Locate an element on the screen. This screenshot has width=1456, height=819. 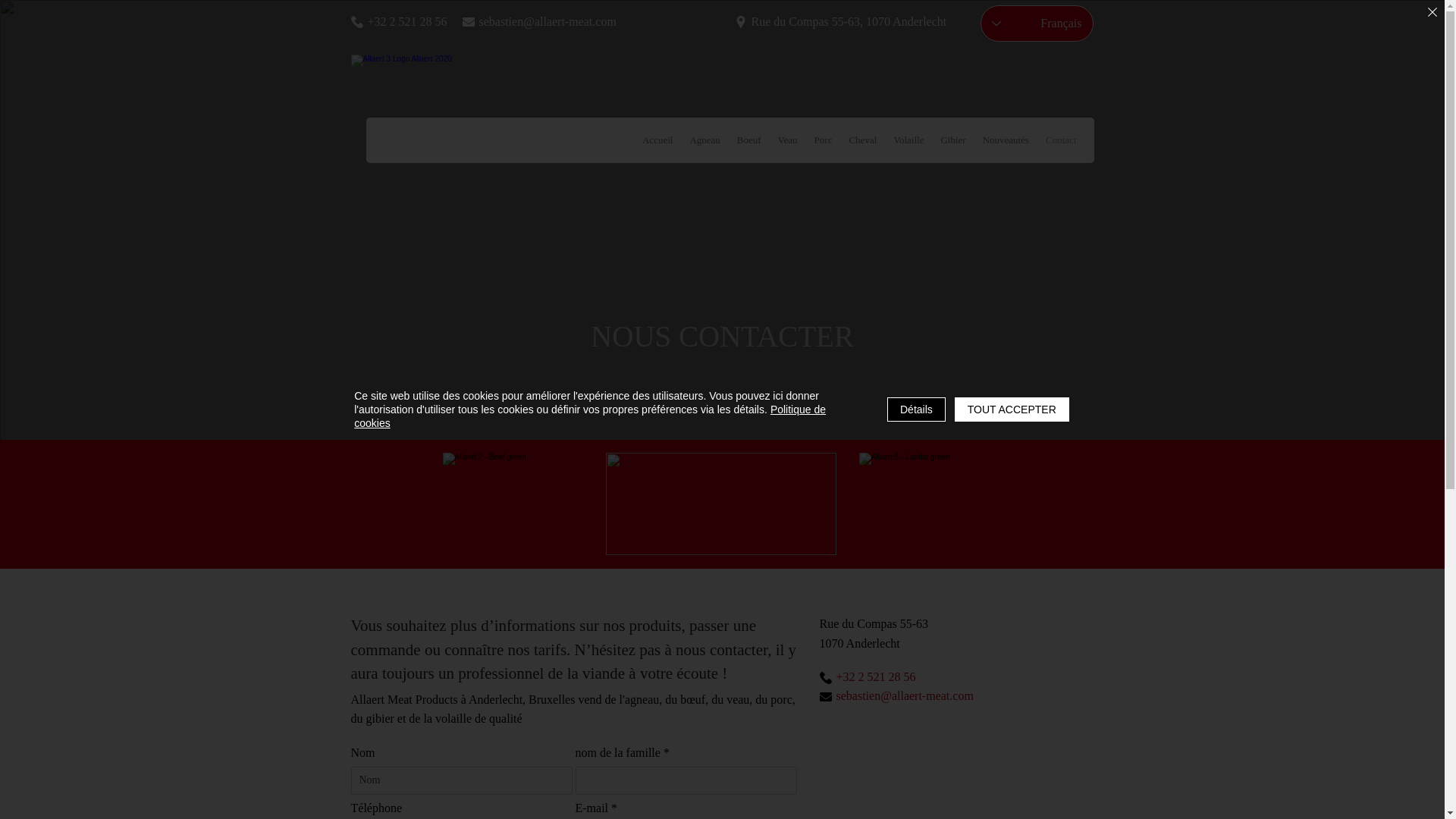
'+32 2 521 28 56' is located at coordinates (406, 21).